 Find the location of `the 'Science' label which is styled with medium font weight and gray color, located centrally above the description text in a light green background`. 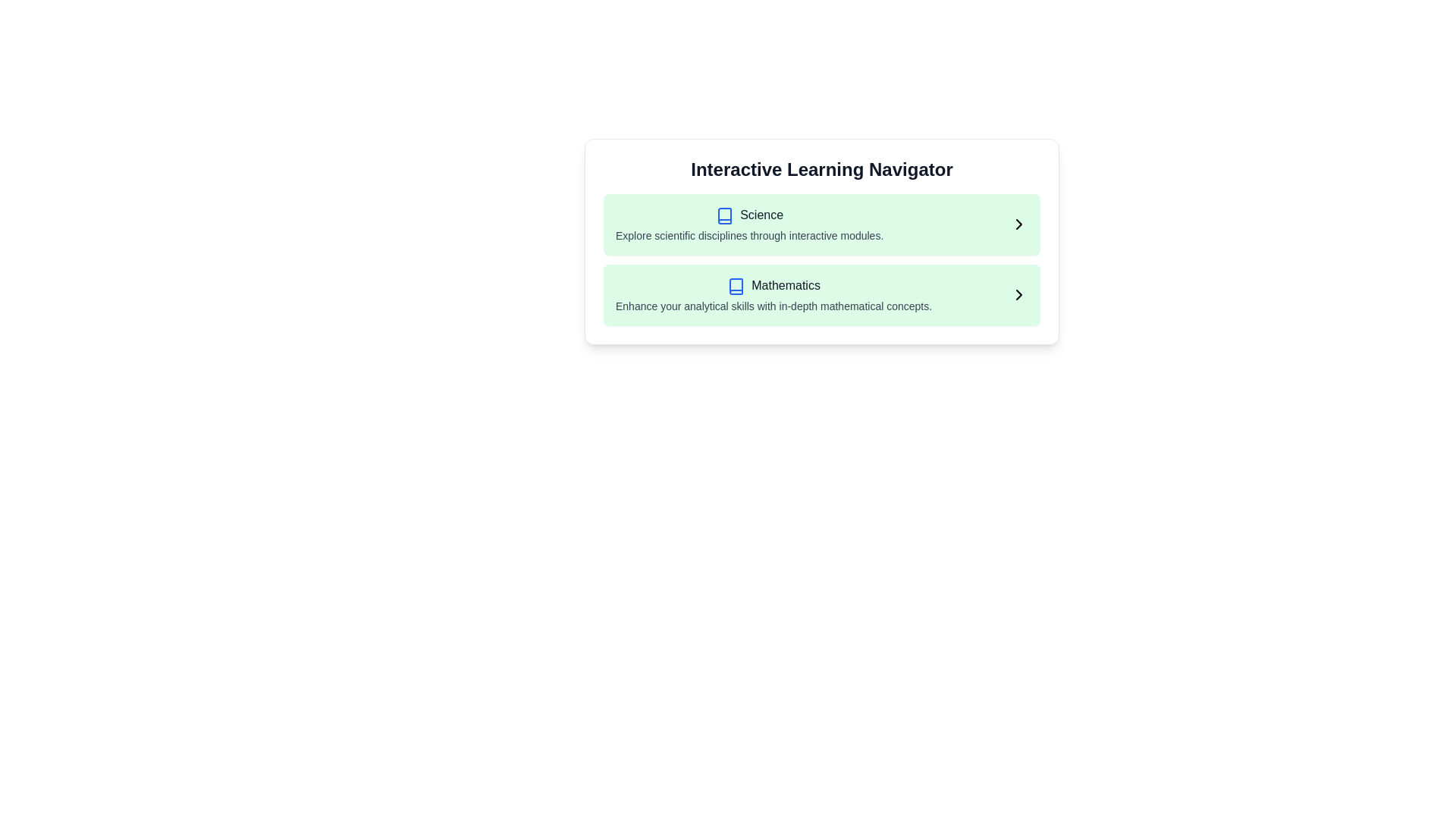

the 'Science' label which is styled with medium font weight and gray color, located centrally above the description text in a light green background is located at coordinates (761, 215).